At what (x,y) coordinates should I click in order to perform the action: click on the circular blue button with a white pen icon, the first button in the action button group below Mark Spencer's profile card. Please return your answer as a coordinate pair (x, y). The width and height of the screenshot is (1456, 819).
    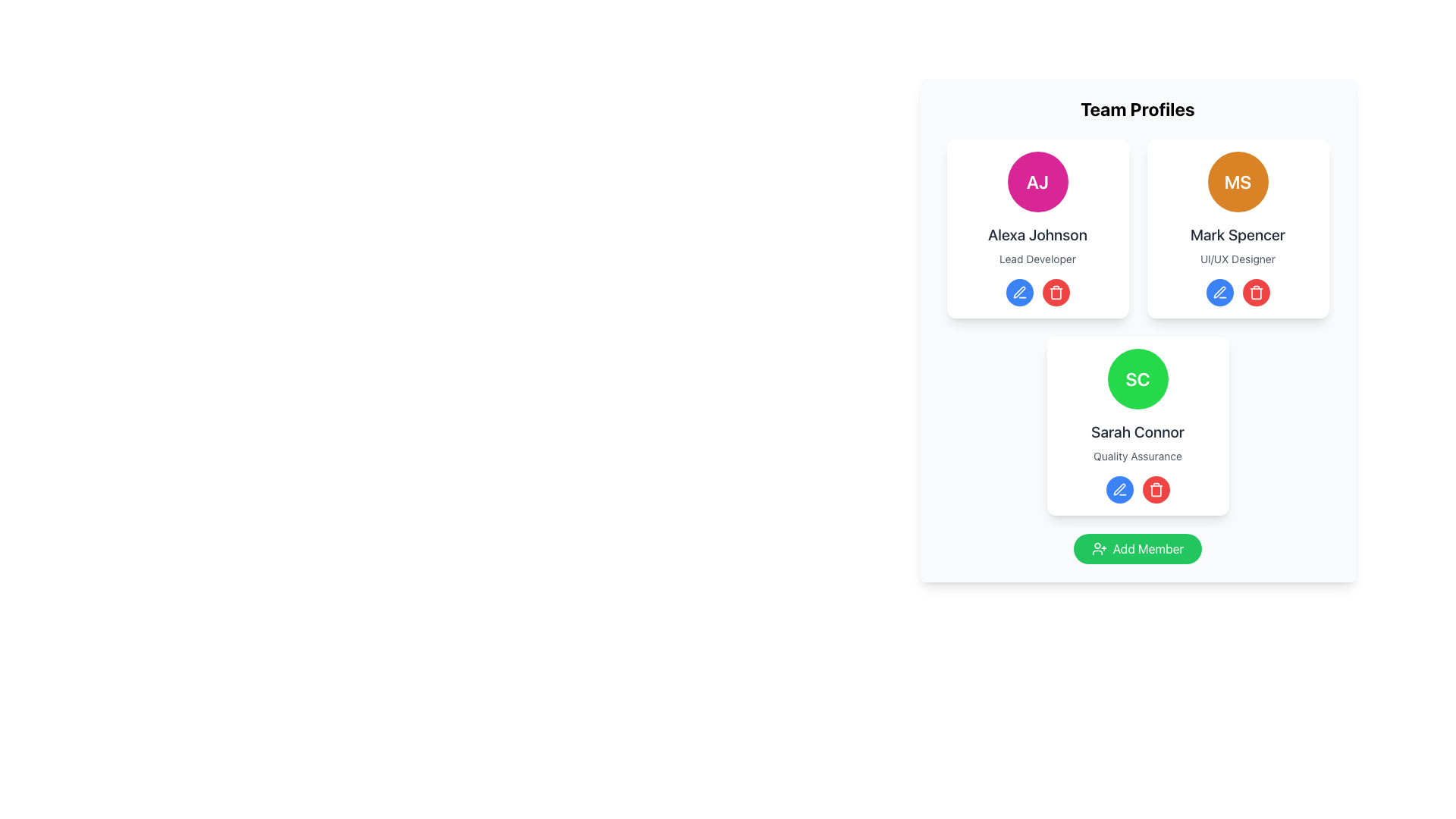
    Looking at the image, I should click on (1219, 292).